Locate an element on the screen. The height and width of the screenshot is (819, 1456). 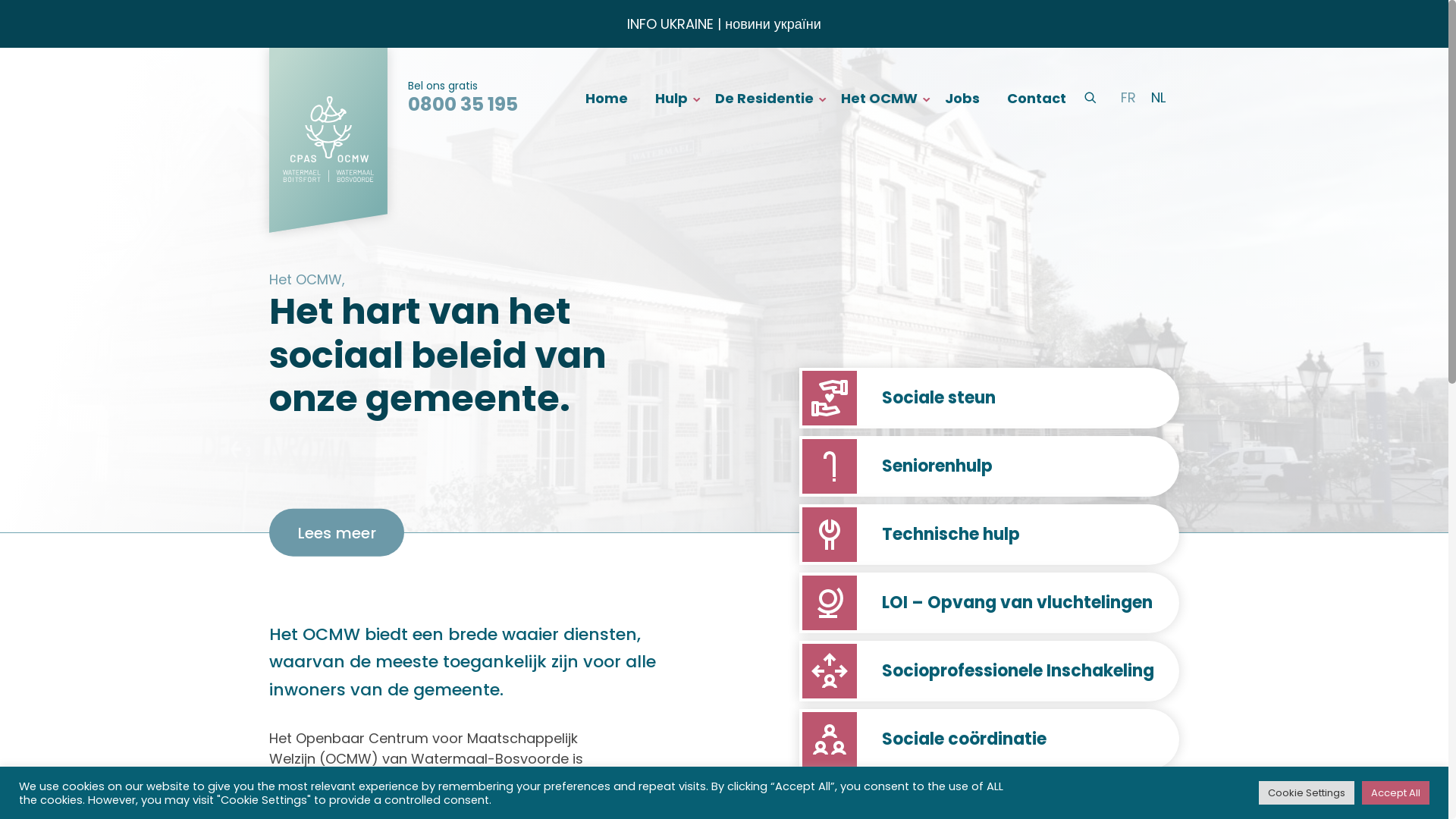
'Cookie Settings' is located at coordinates (1259, 792).